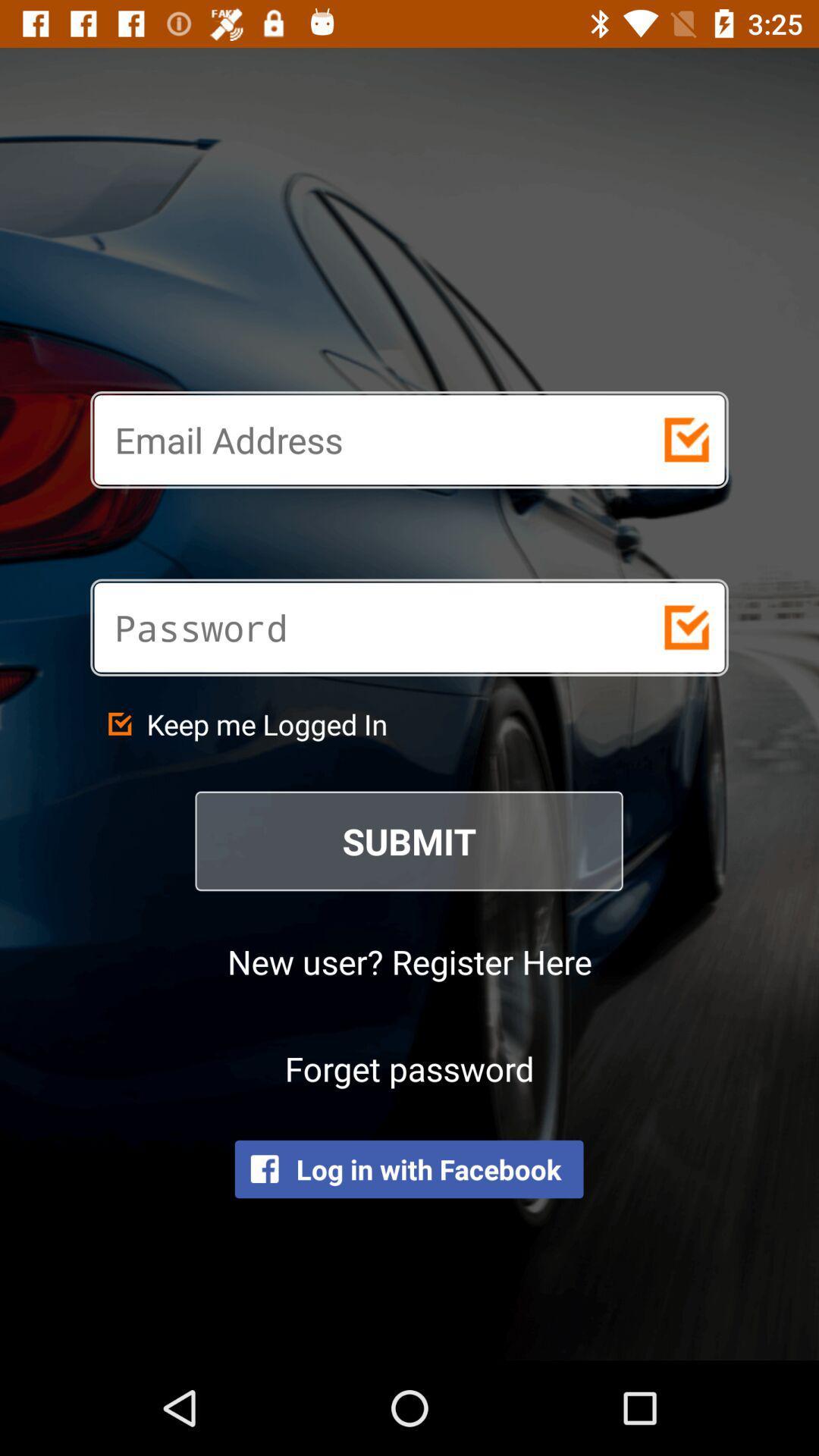 Image resolution: width=819 pixels, height=1456 pixels. I want to click on new user register, so click(409, 960).